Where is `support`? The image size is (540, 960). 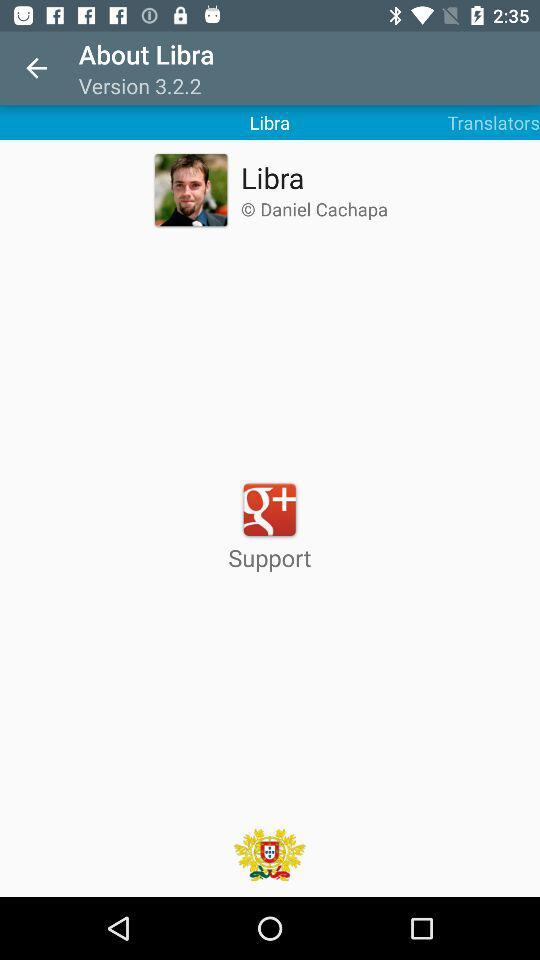
support is located at coordinates (270, 525).